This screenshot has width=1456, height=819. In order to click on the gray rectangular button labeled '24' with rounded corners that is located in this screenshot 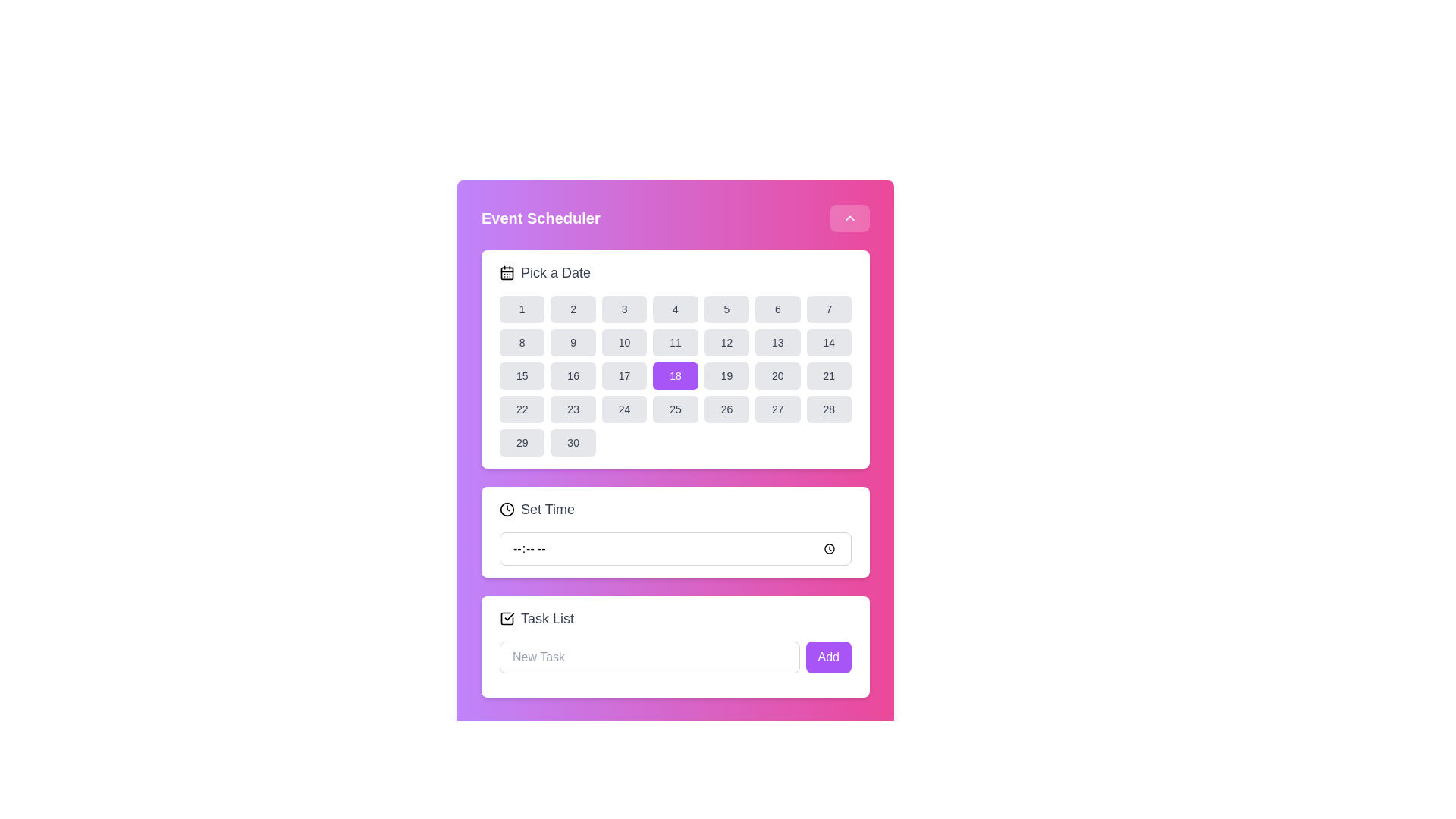, I will do `click(624, 409)`.